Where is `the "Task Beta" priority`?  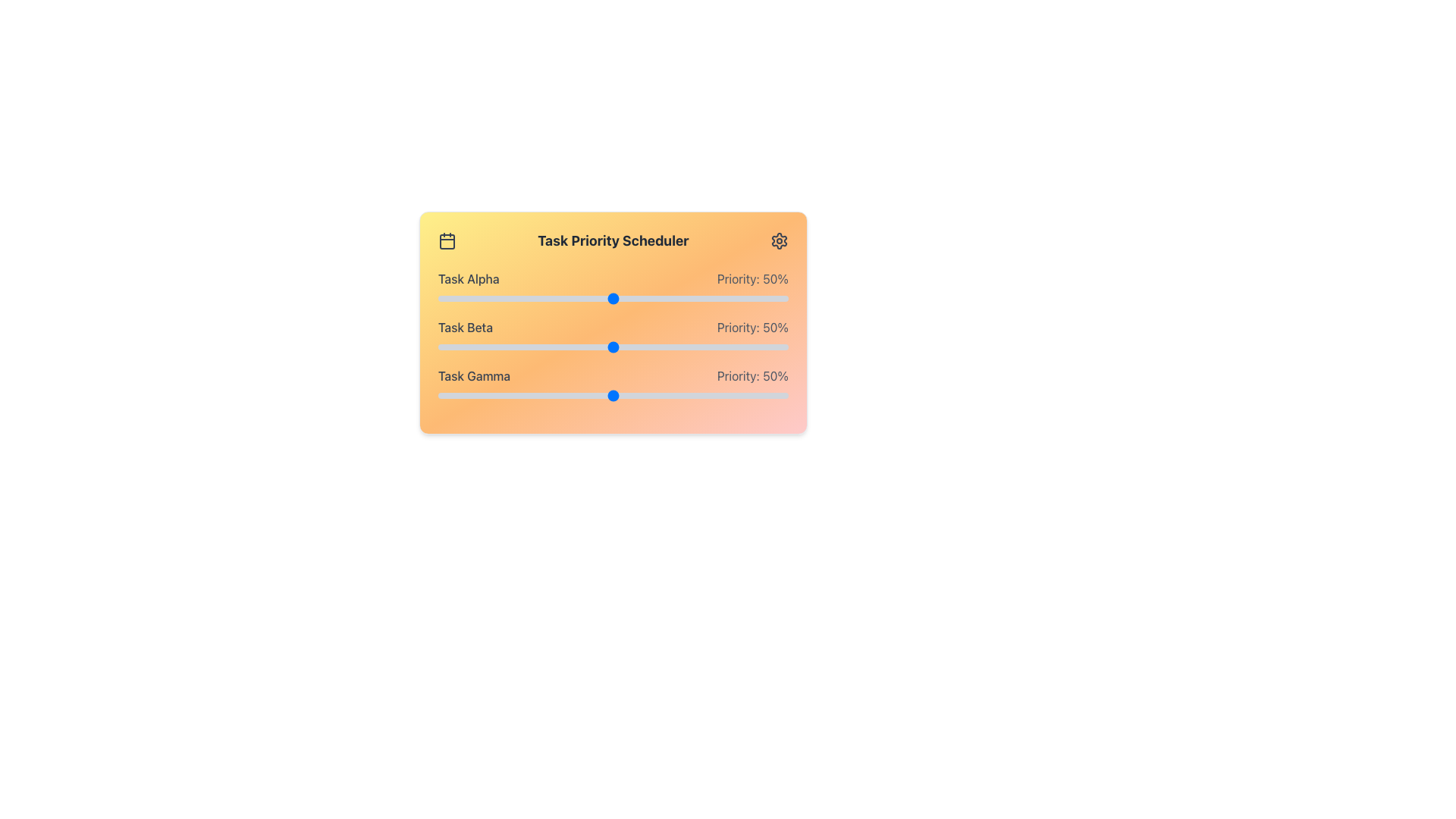
the "Task Beta" priority is located at coordinates (764, 347).